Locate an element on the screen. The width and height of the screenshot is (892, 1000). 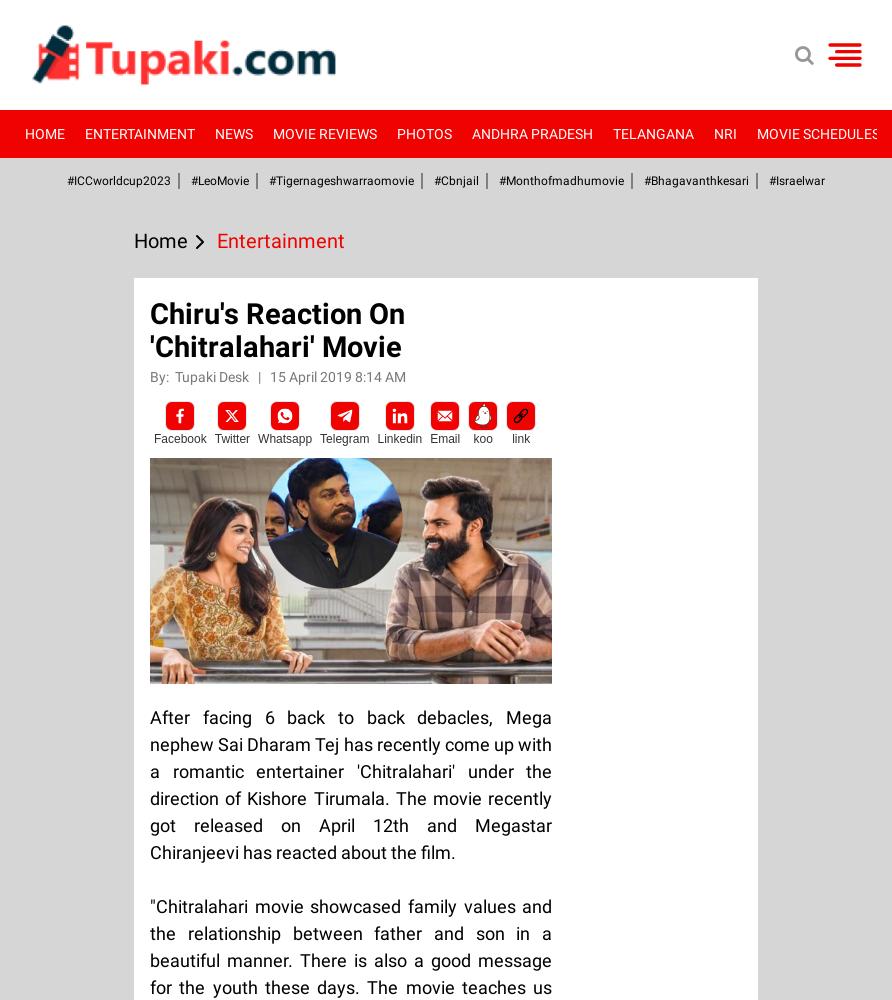
'Tupaki Desk' is located at coordinates (212, 377).